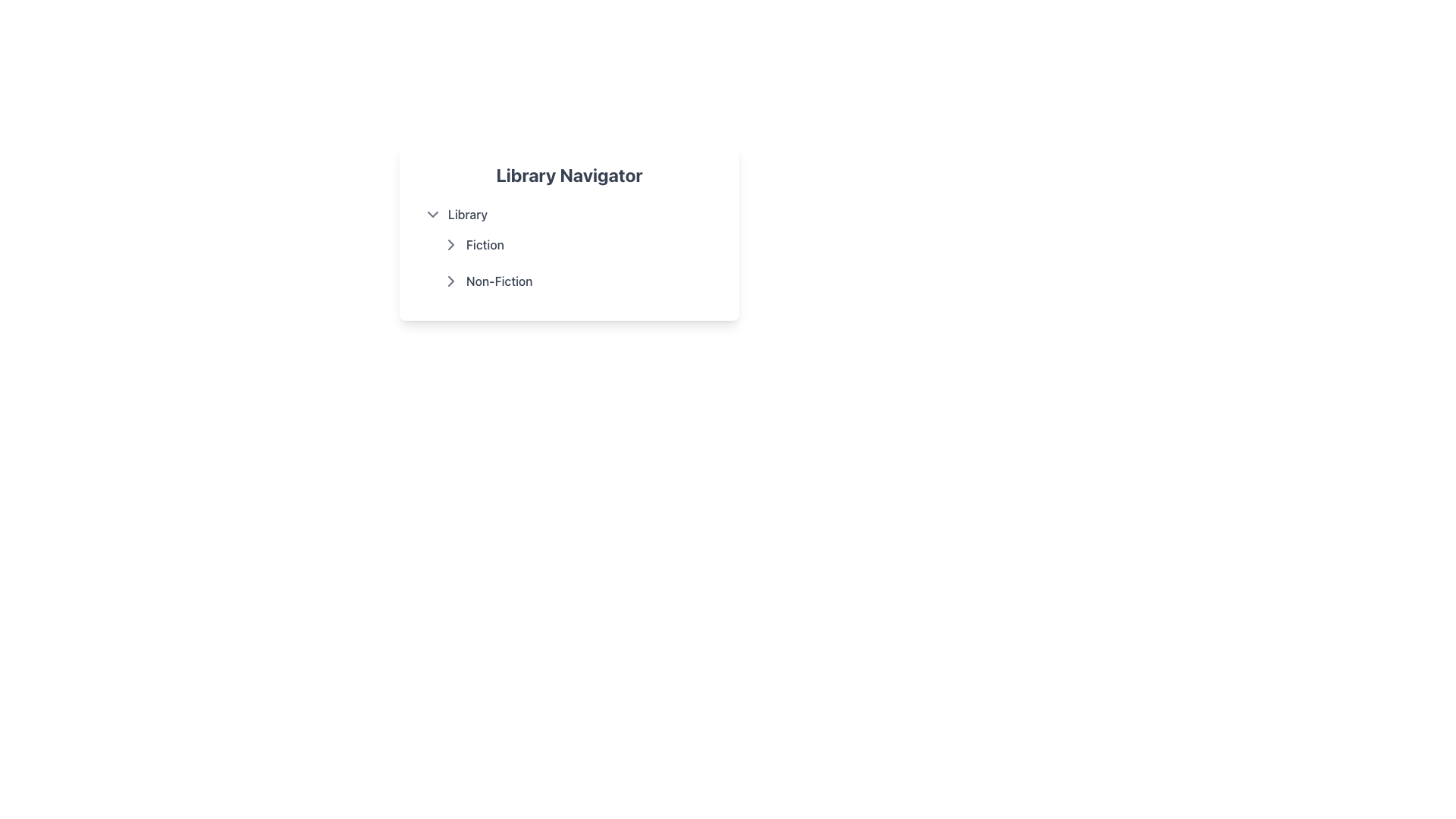 The height and width of the screenshot is (819, 1456). I want to click on the individual list entries in the navigation panel located under the 'Library Navigator' title, so click(568, 233).